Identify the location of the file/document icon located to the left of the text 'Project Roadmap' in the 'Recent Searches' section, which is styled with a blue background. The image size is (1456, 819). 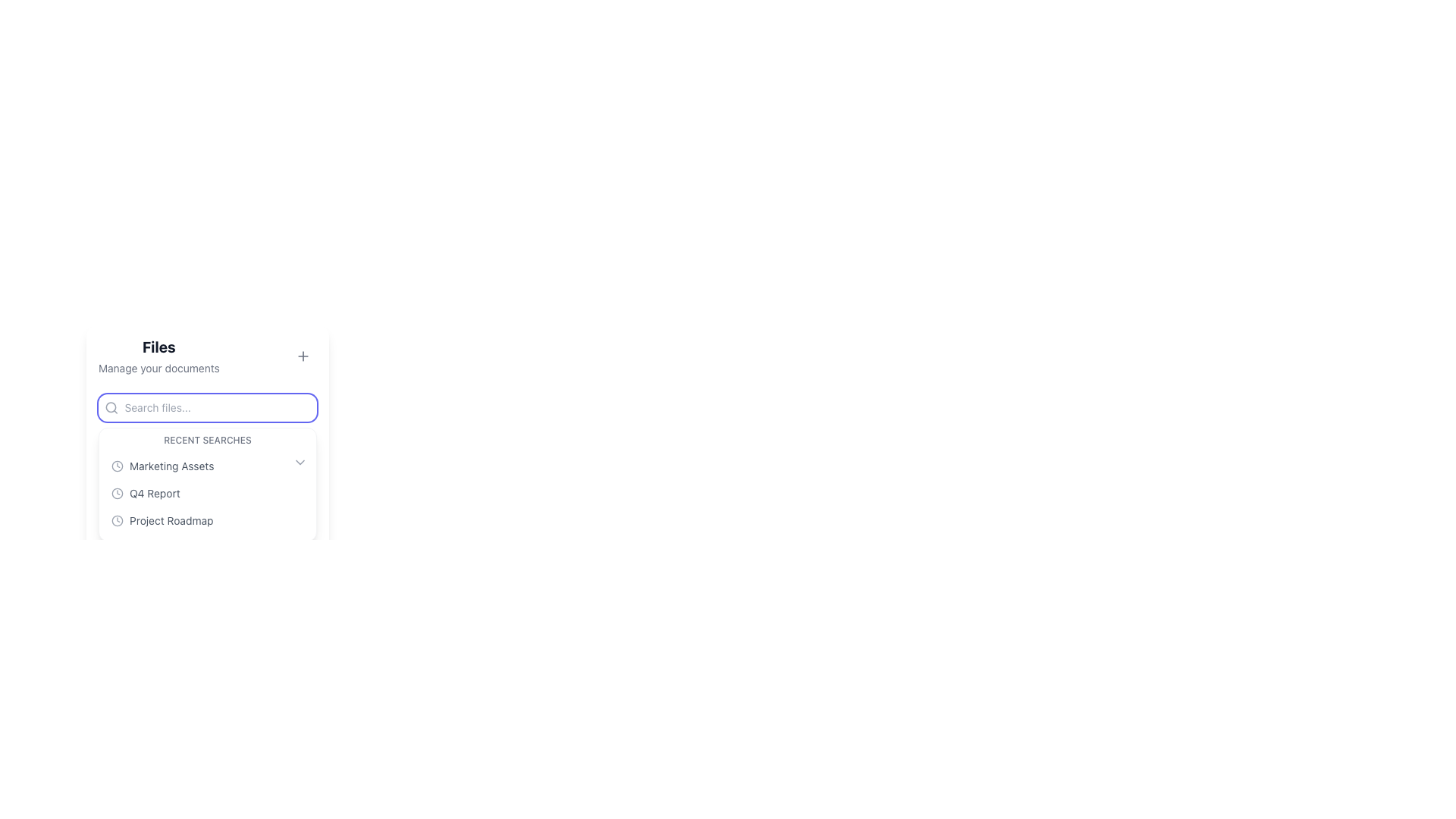
(133, 526).